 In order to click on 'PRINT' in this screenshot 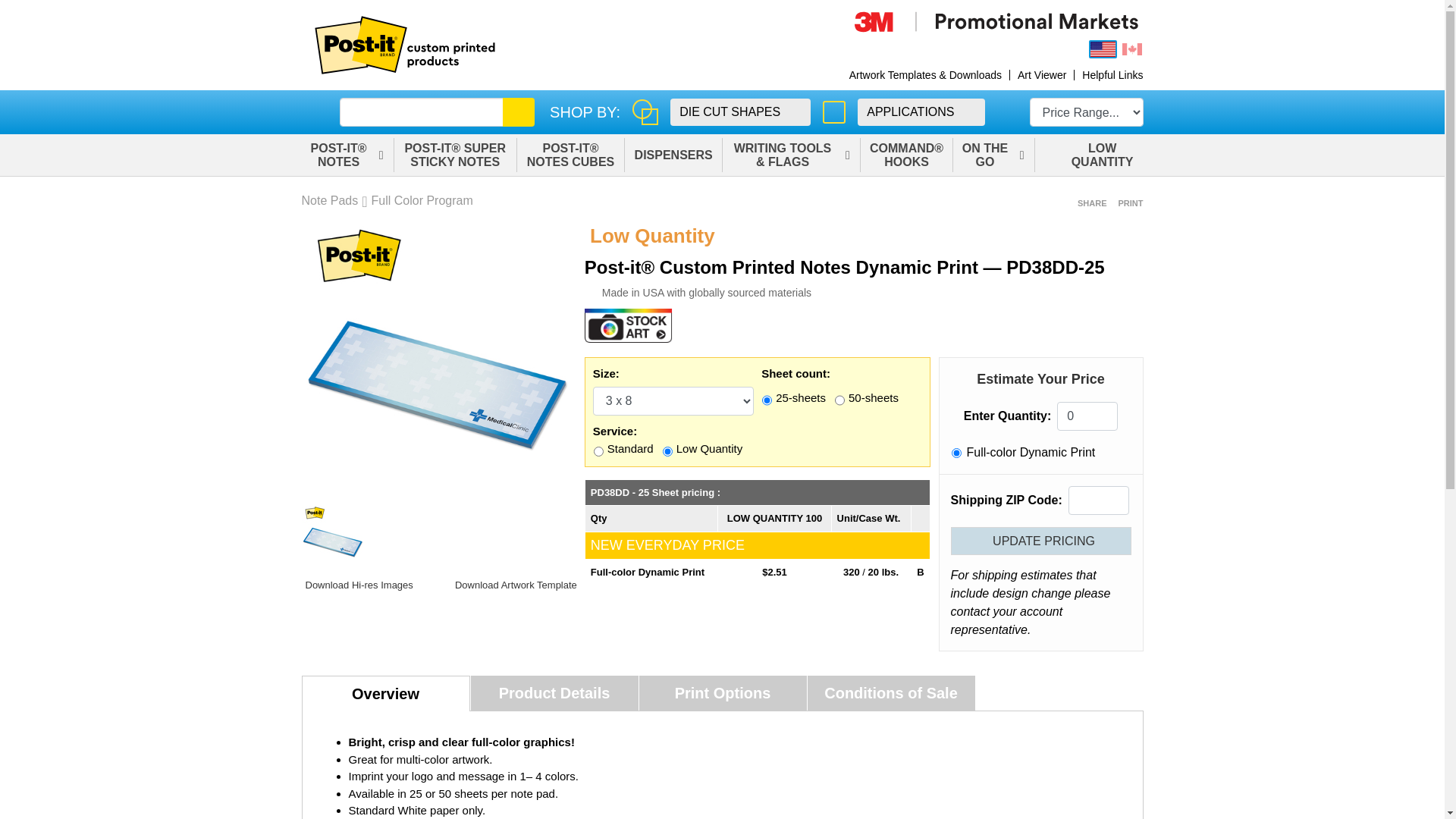, I will do `click(1128, 202)`.